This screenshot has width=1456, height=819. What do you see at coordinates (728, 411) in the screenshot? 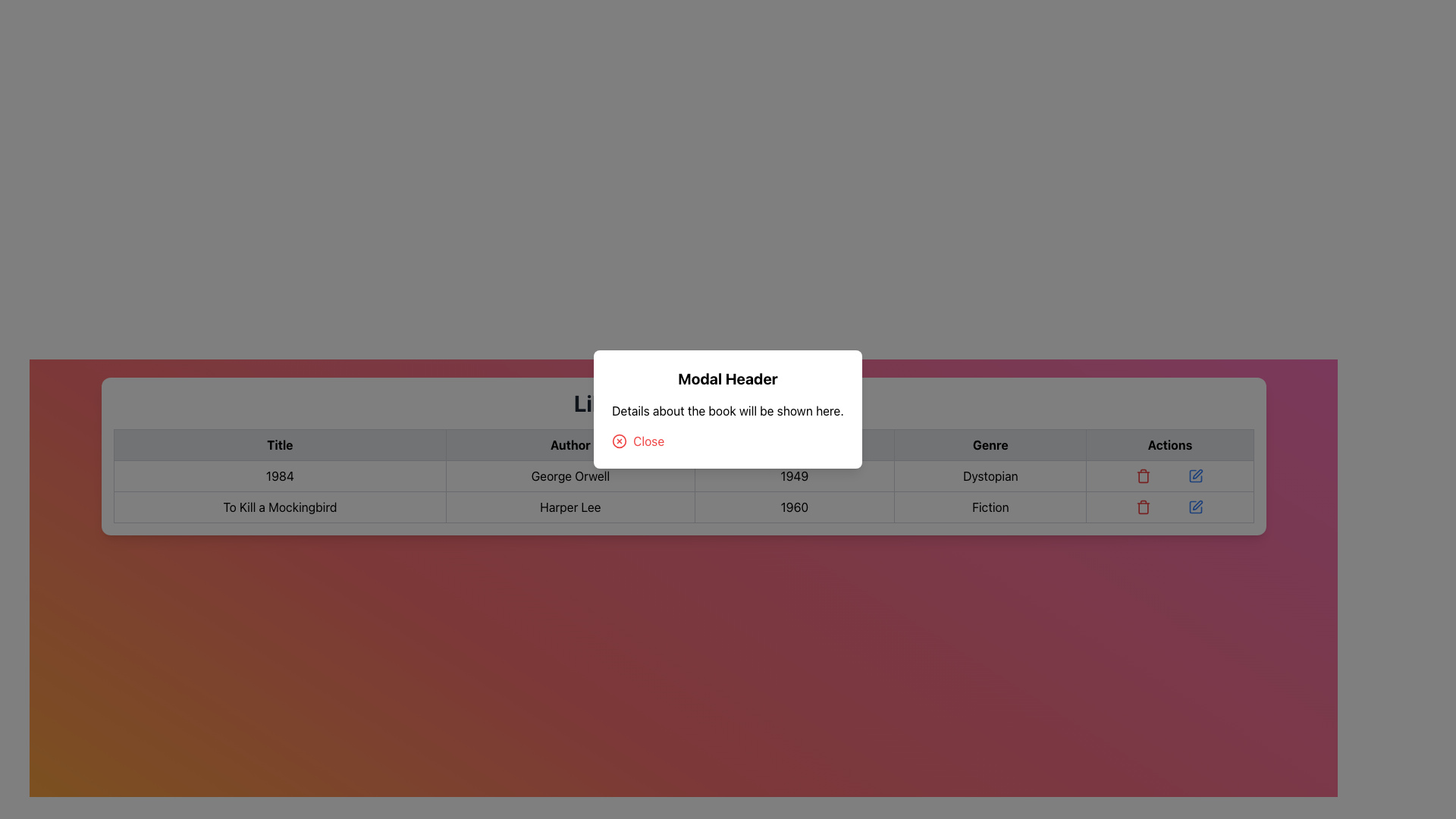
I see `the text label that indicates where book details will appear within the modal dialog, located below the 'Modal Header.'` at bounding box center [728, 411].